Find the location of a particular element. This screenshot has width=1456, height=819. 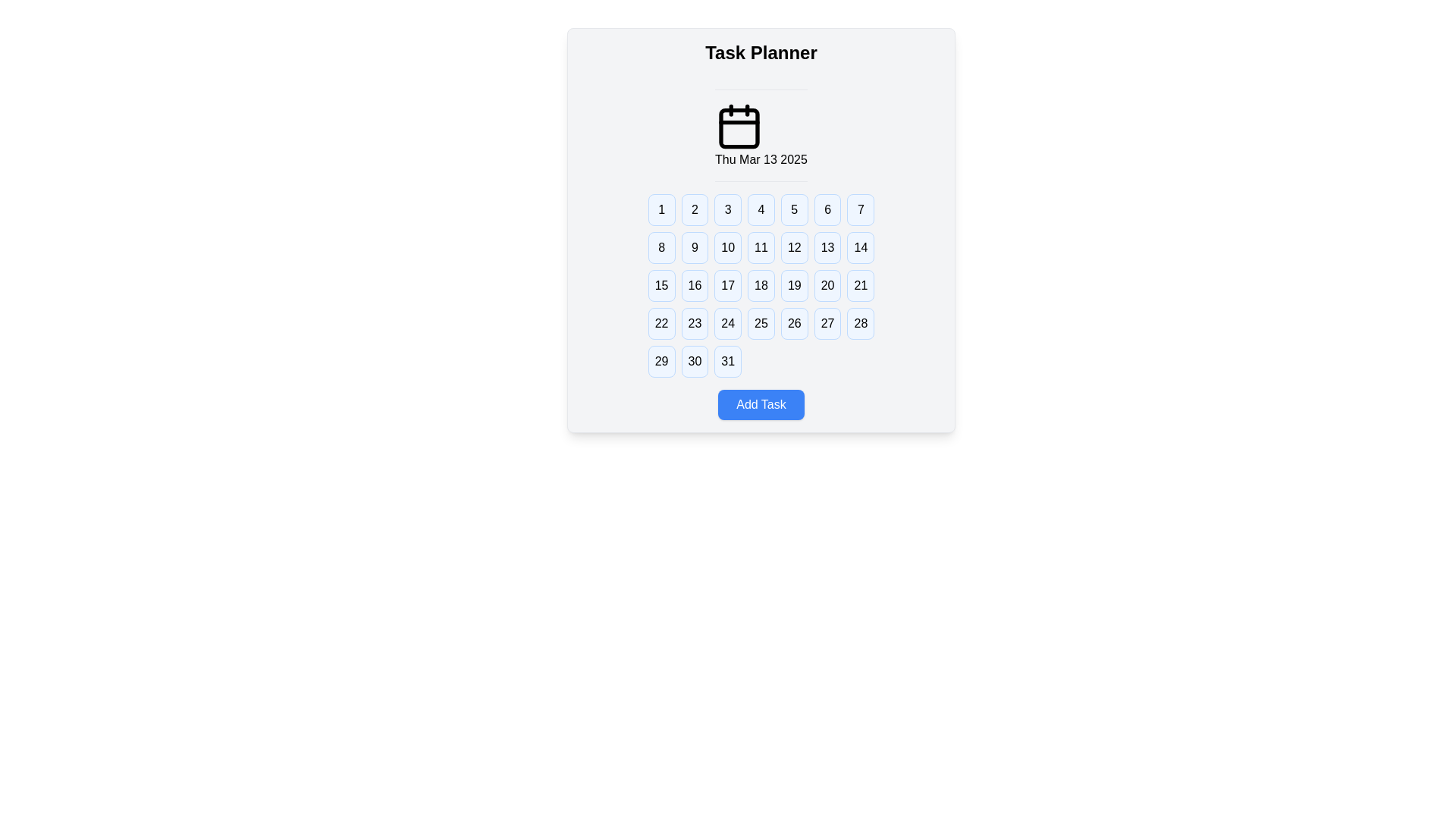

the selectable calendar day cell displaying '10' in the main calendar section for extended selection options is located at coordinates (728, 247).